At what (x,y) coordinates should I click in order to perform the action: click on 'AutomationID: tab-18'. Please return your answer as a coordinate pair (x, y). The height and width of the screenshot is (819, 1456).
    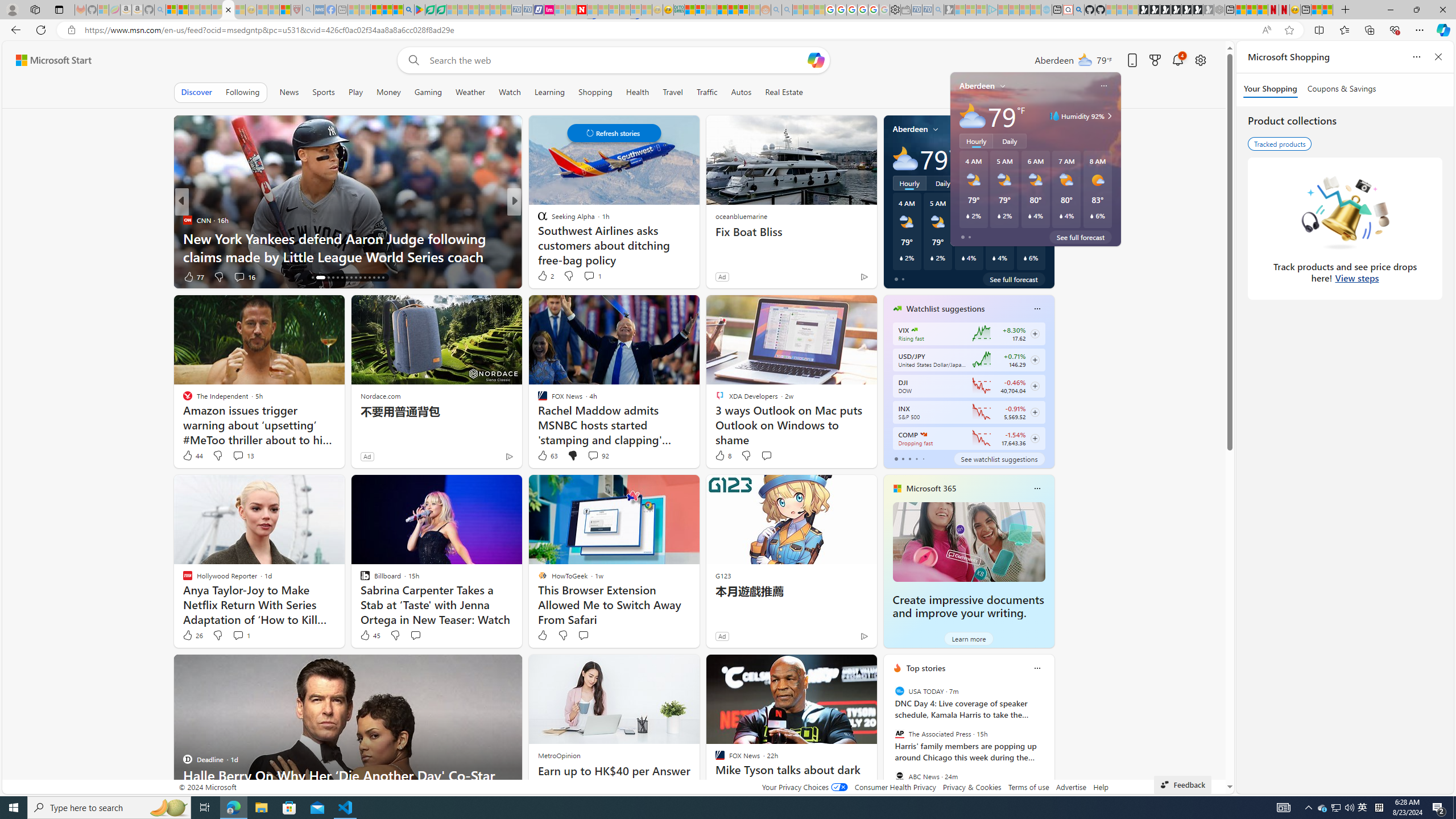
    Looking at the image, I should click on (324, 277).